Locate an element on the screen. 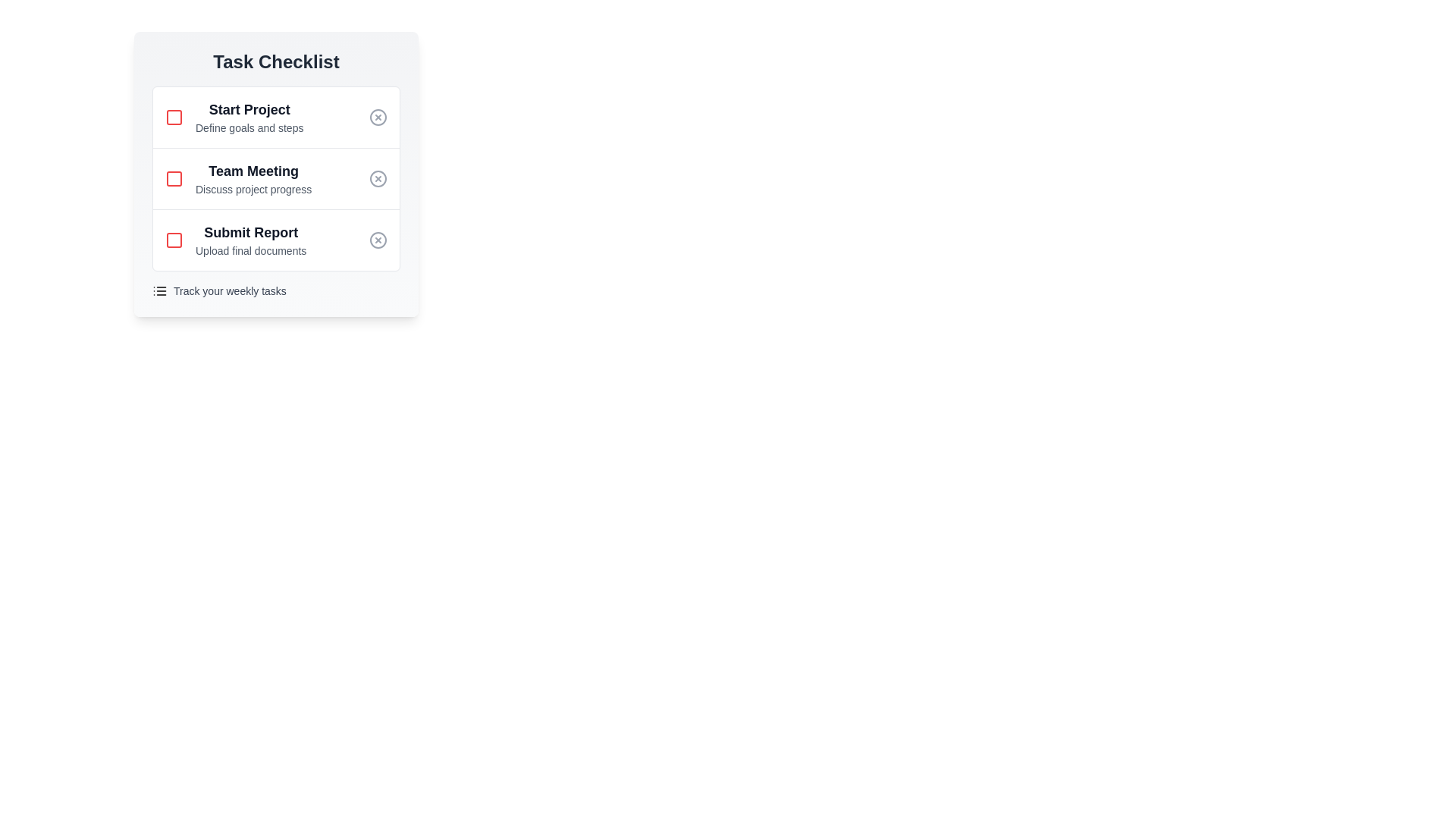 This screenshot has height=819, width=1456. the footer text 'Track your weekly tasks' to interact with the footer information element is located at coordinates (228, 291).